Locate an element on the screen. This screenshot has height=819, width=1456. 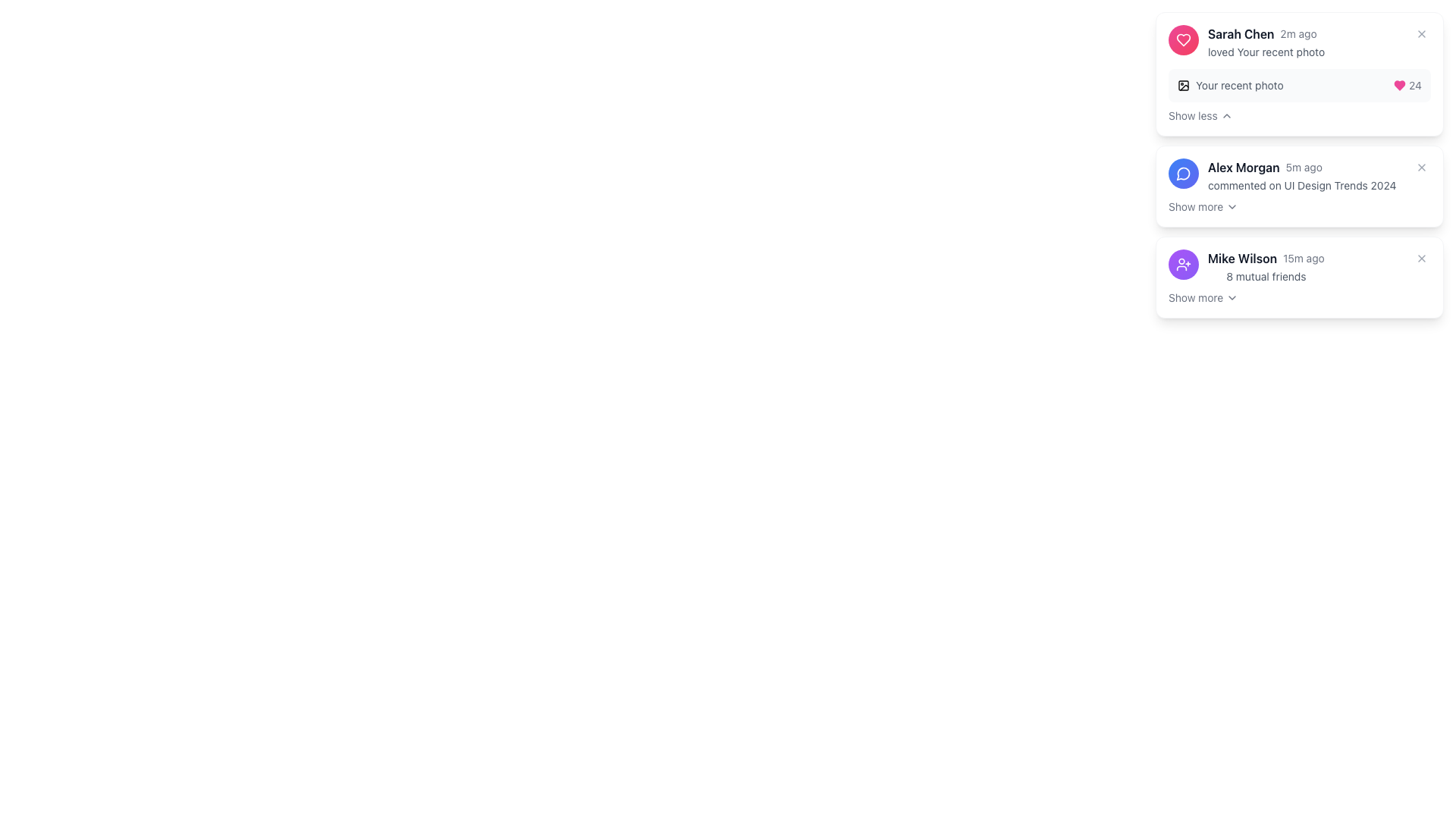
the icon that resembles a stylized image or photograph, featuring a rectangle with rounded edges, a circular shape inside, and a diagonal slash crossing through it, located just to the left of the text 'Your recent photo' is located at coordinates (1182, 85).